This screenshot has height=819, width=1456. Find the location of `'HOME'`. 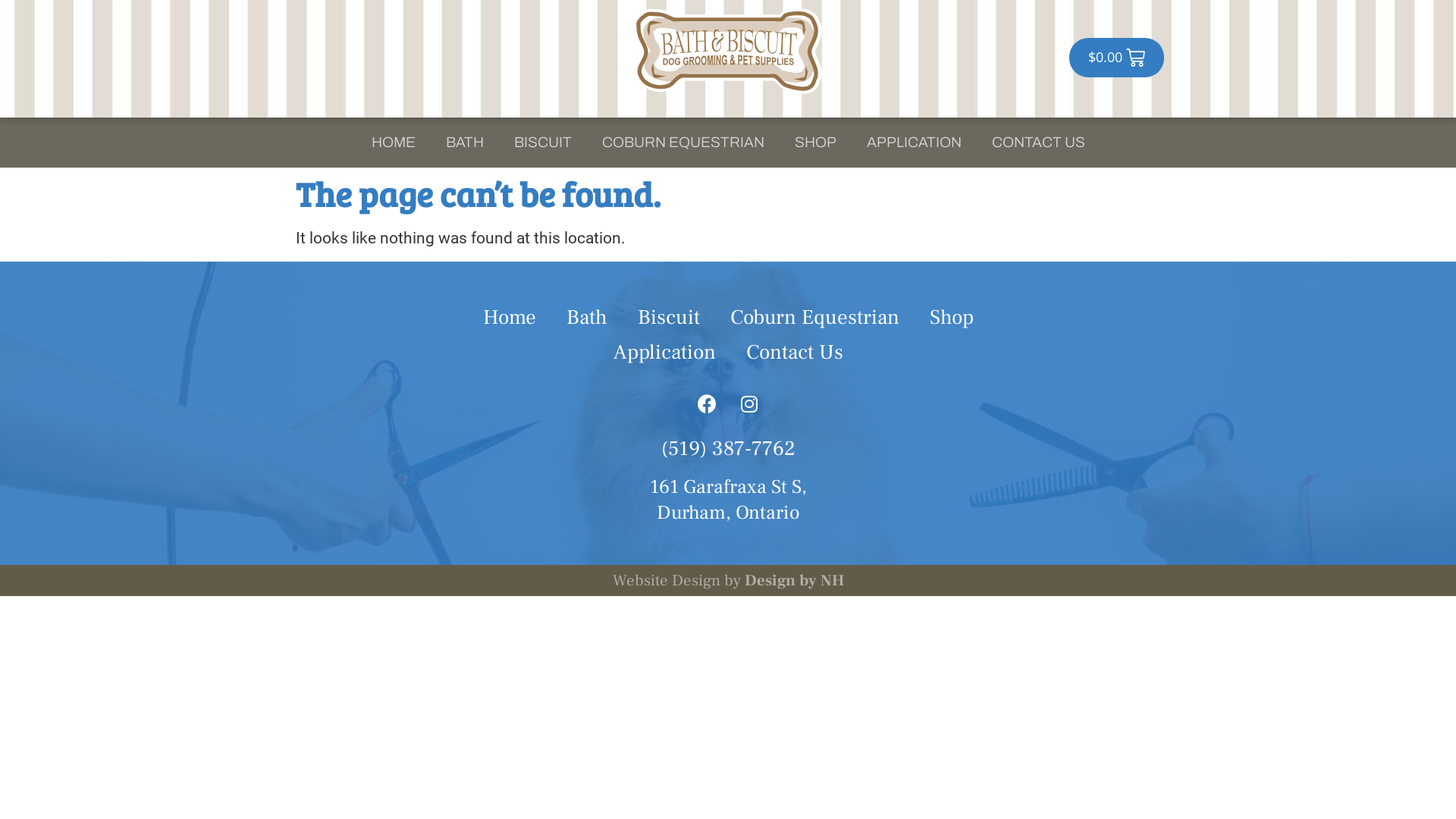

'HOME' is located at coordinates (356, 143).